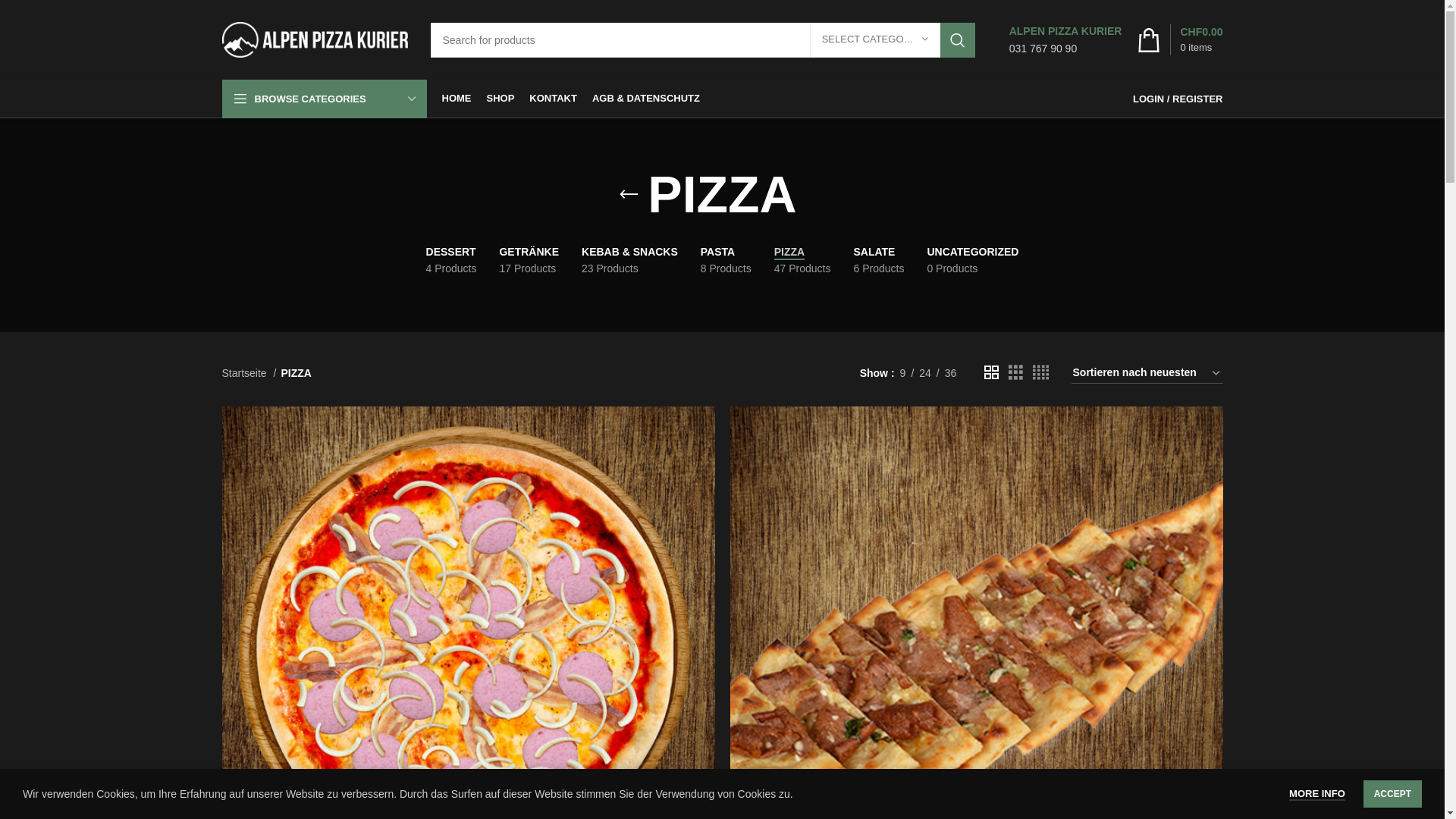 The width and height of the screenshot is (1456, 819). I want to click on 'ACCEPT', so click(1392, 792).